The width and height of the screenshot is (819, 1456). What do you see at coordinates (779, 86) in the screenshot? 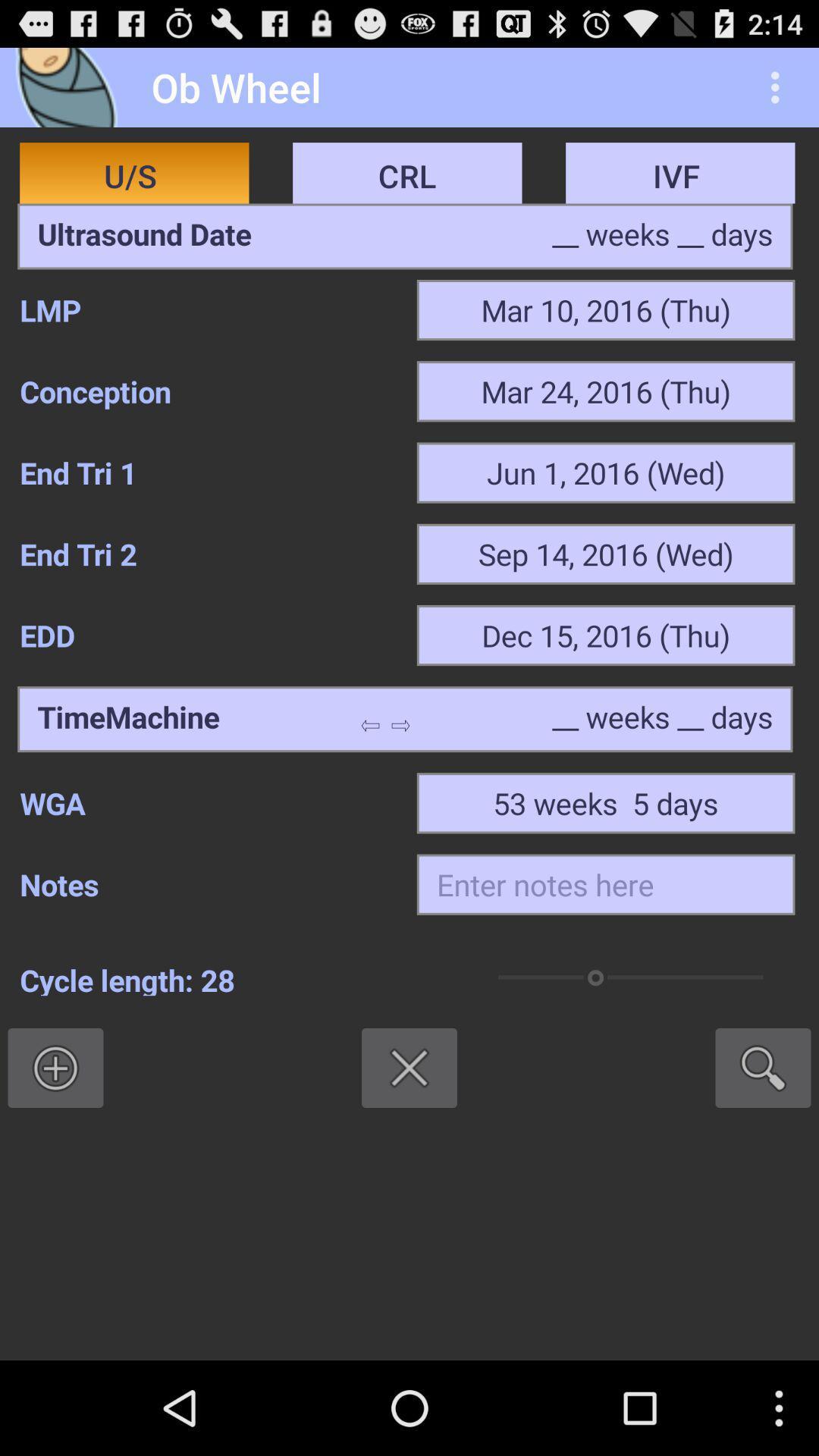
I see `app to the right of ob wheel item` at bounding box center [779, 86].